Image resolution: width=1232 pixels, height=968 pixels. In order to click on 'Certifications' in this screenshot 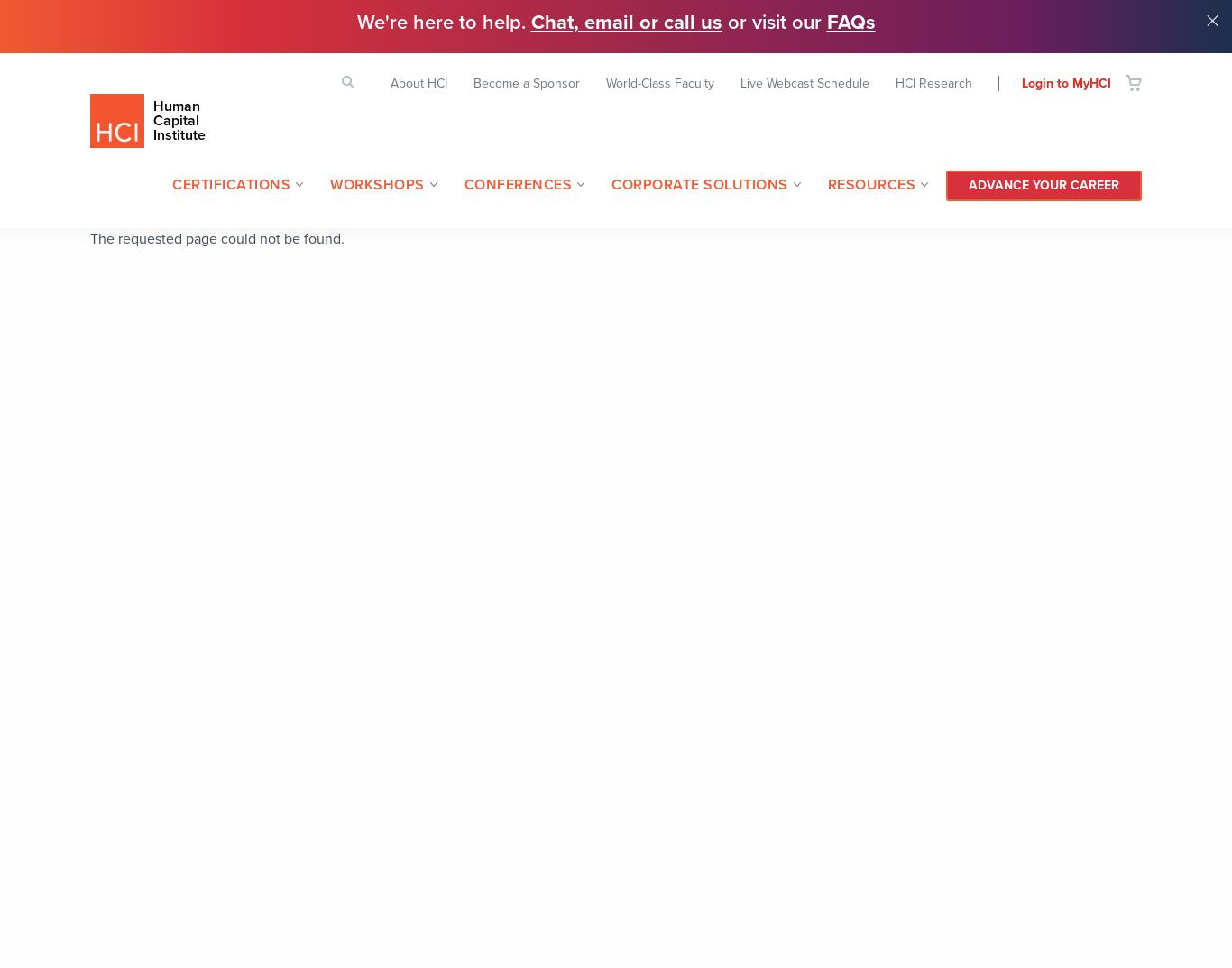, I will do `click(231, 183)`.